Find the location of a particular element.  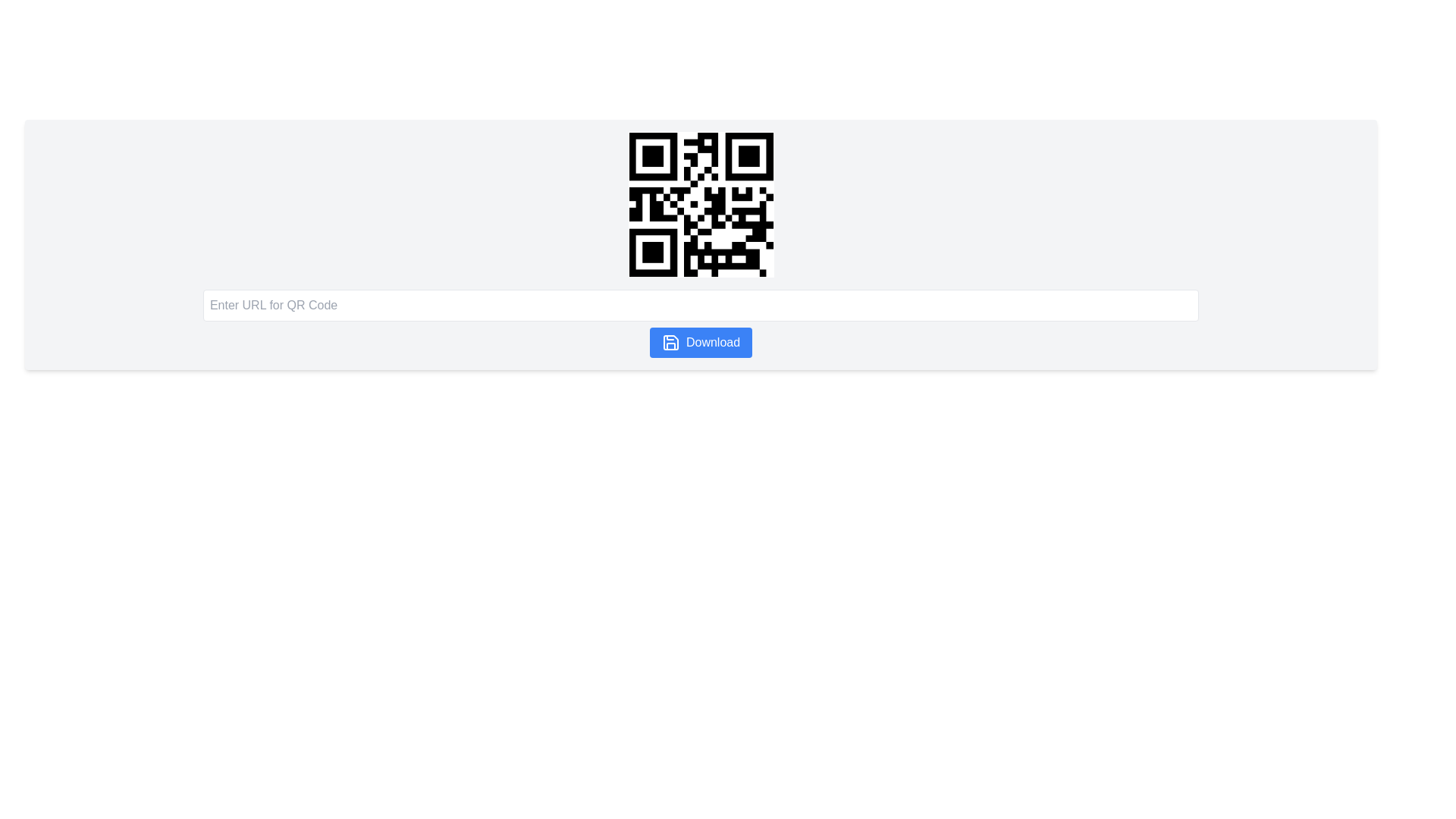

the SVG icon that signifies the save or download function, located to the left of the 'Download' label, to initiate a download action is located at coordinates (670, 342).